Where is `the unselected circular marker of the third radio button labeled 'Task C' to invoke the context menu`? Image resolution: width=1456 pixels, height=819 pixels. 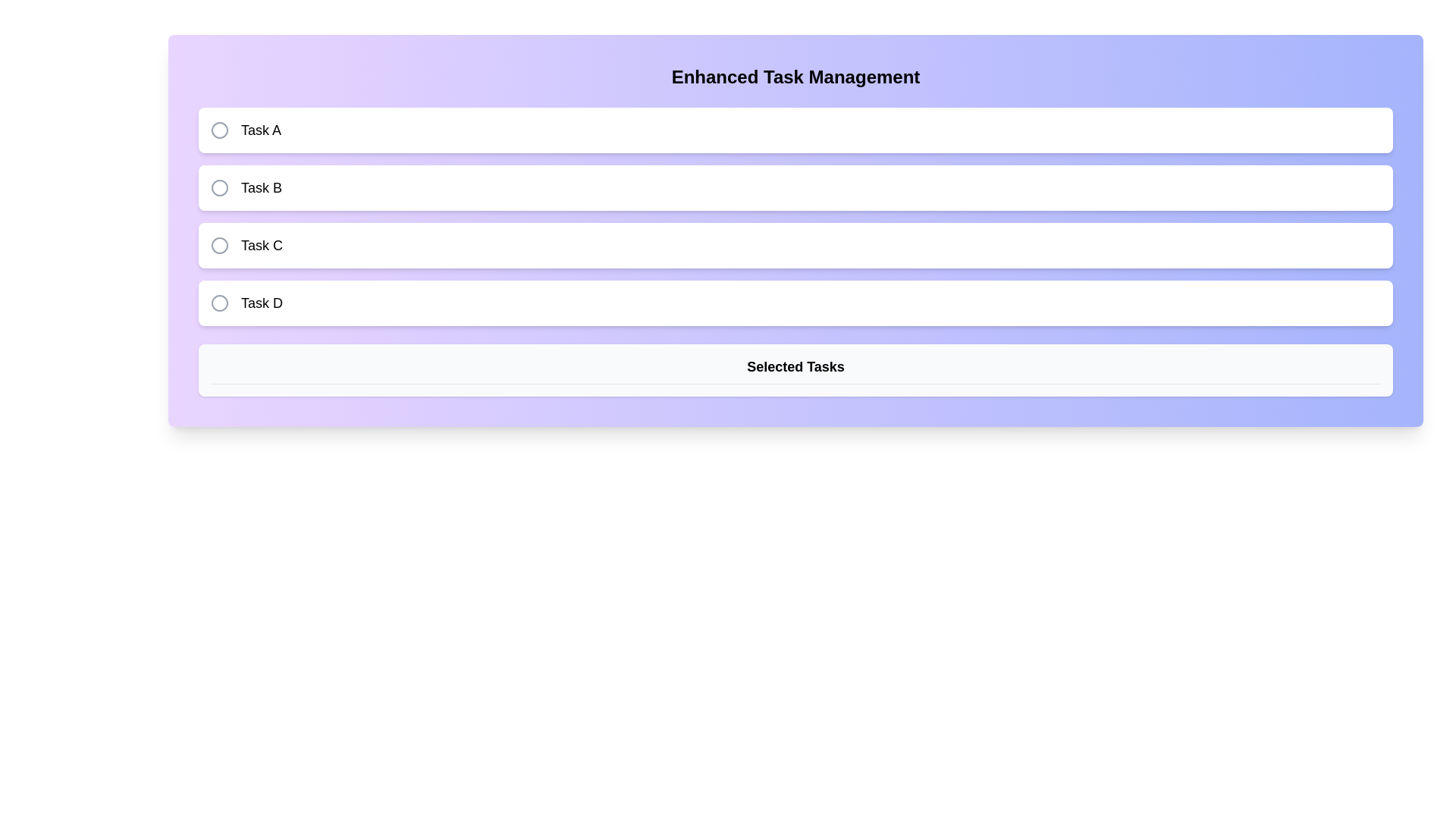 the unselected circular marker of the third radio button labeled 'Task C' to invoke the context menu is located at coordinates (218, 245).